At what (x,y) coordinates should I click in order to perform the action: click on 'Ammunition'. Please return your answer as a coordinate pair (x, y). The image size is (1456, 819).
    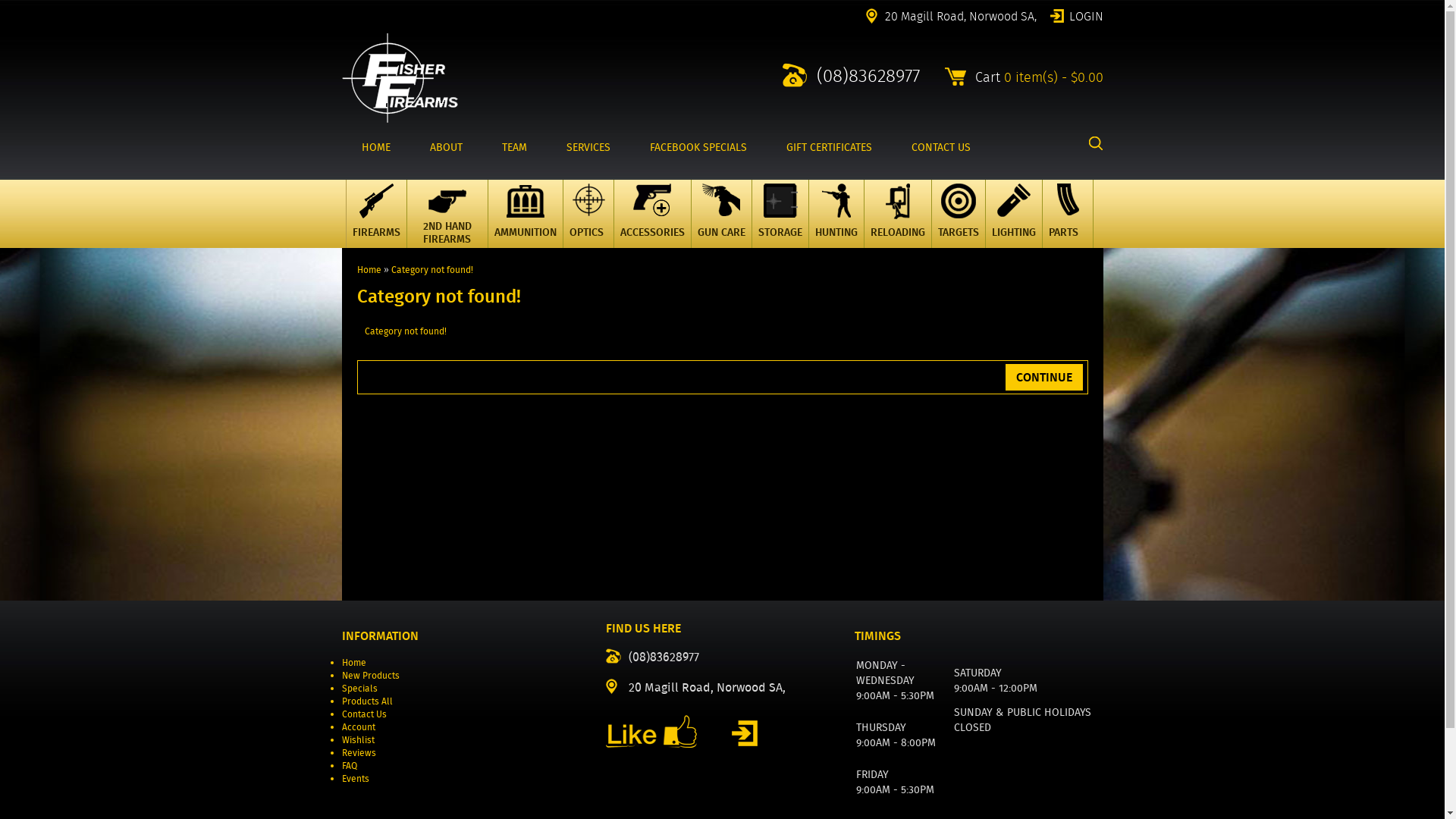
    Looking at the image, I should click on (506, 223).